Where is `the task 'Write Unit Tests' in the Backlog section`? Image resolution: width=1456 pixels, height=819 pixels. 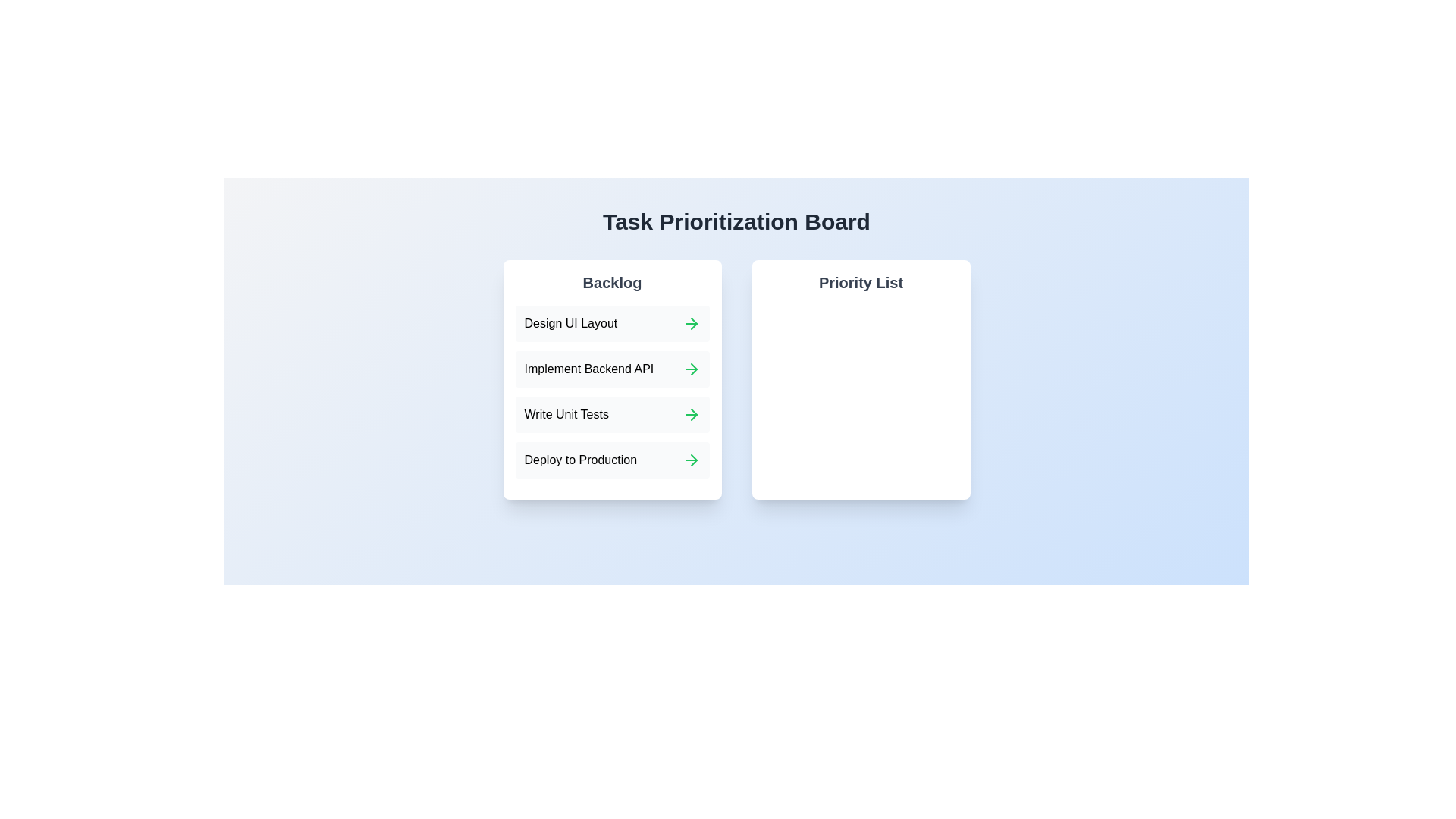
the task 'Write Unit Tests' in the Backlog section is located at coordinates (570, 415).